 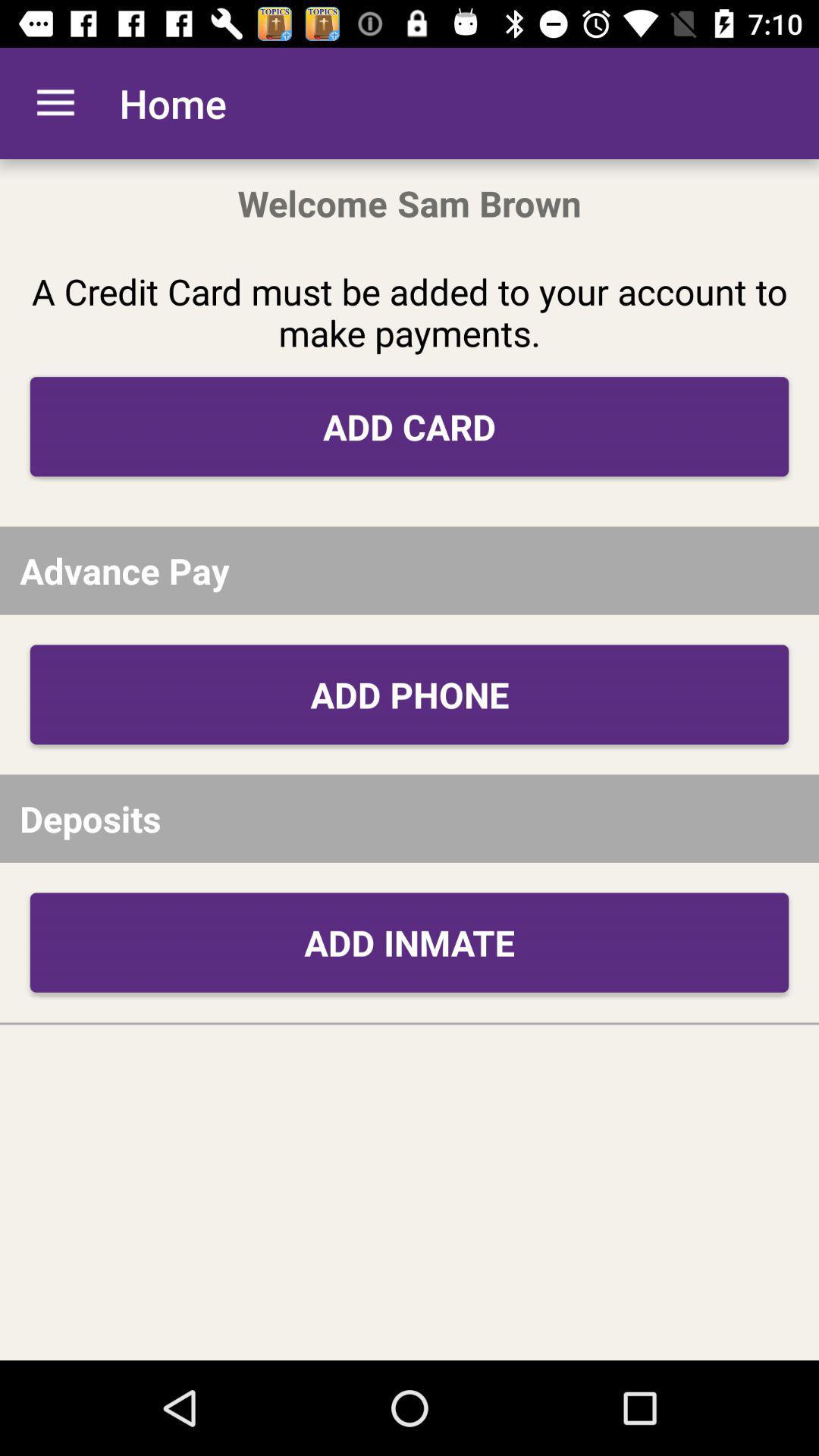 I want to click on the item to the left of the home icon, so click(x=55, y=102).